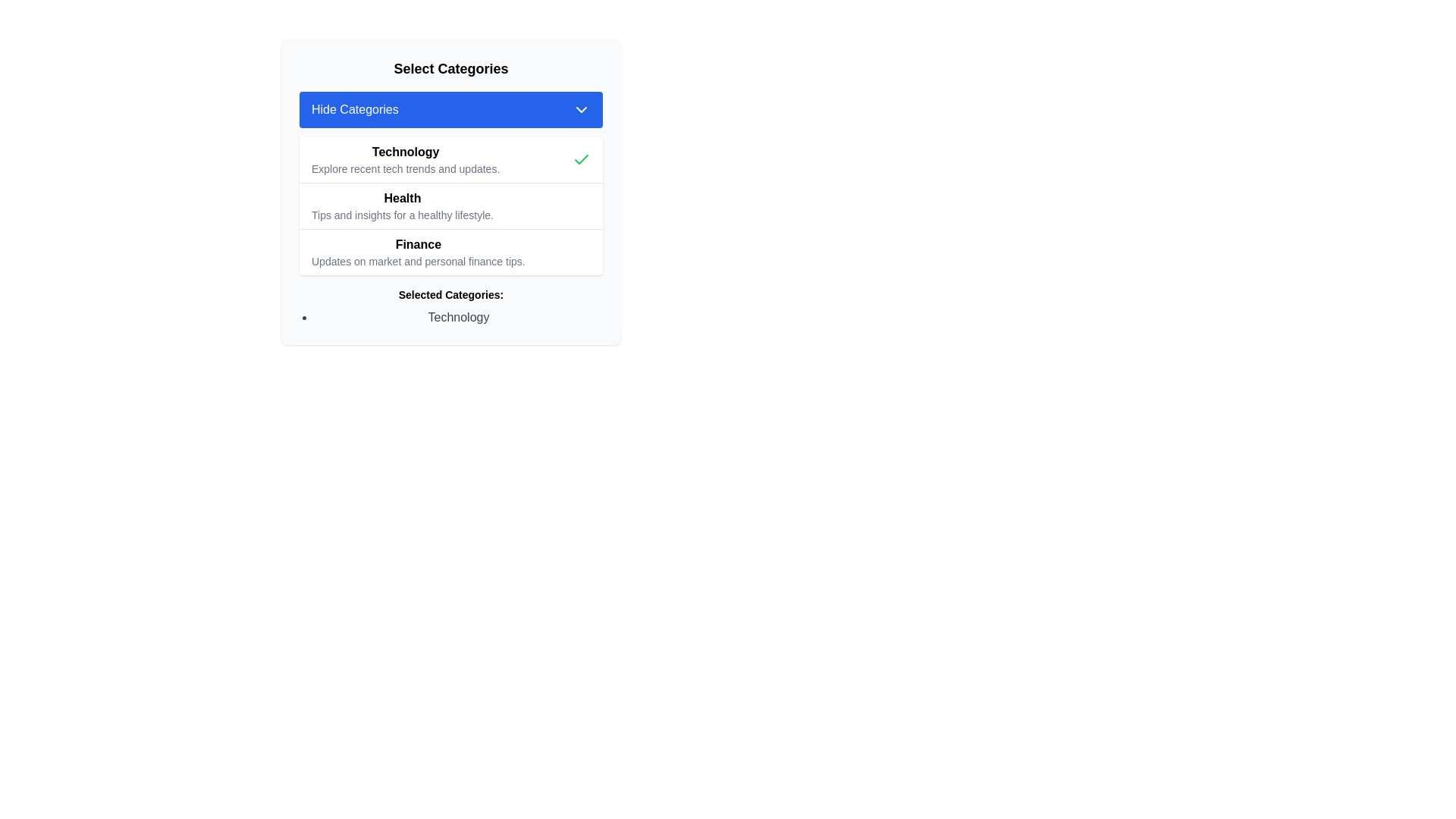  What do you see at coordinates (450, 206) in the screenshot?
I see `one of the categories ('Technology', 'Health', or 'Finance') within the vertically stacked panel labeled 'Select Categories'` at bounding box center [450, 206].